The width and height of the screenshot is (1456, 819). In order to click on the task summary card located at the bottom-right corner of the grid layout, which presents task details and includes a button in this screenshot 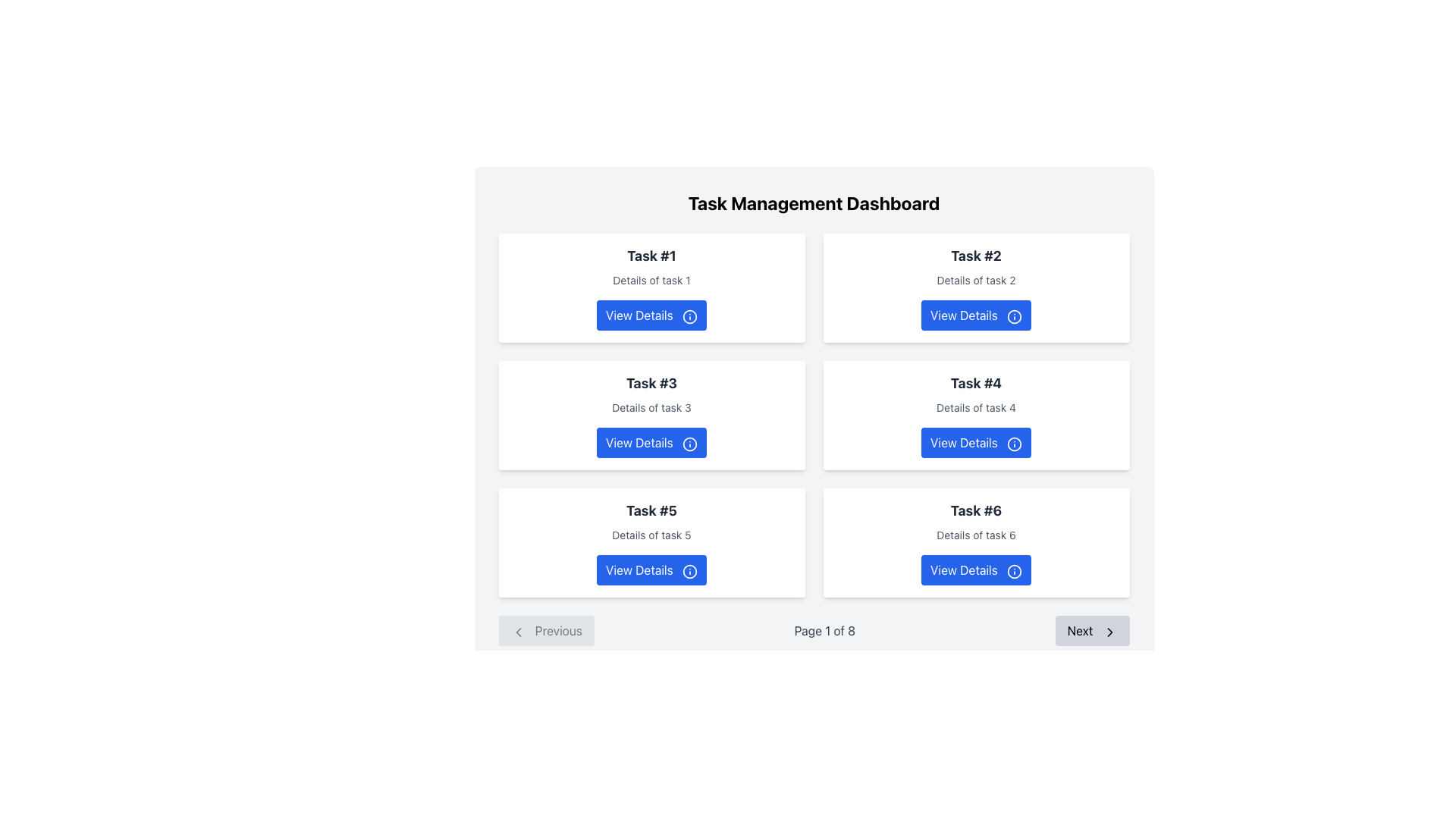, I will do `click(976, 542)`.